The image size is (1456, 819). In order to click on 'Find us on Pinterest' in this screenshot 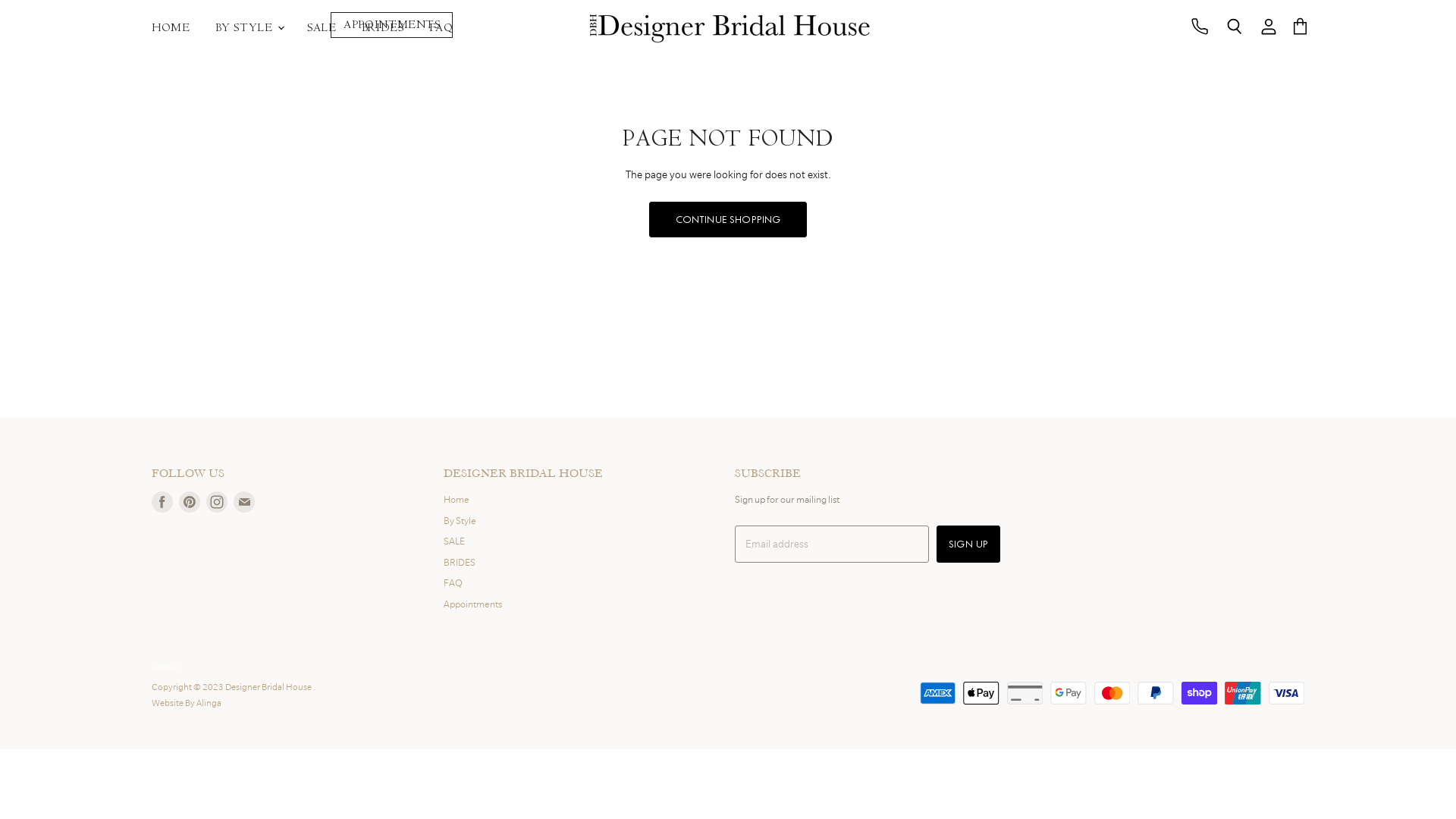, I will do `click(188, 502)`.